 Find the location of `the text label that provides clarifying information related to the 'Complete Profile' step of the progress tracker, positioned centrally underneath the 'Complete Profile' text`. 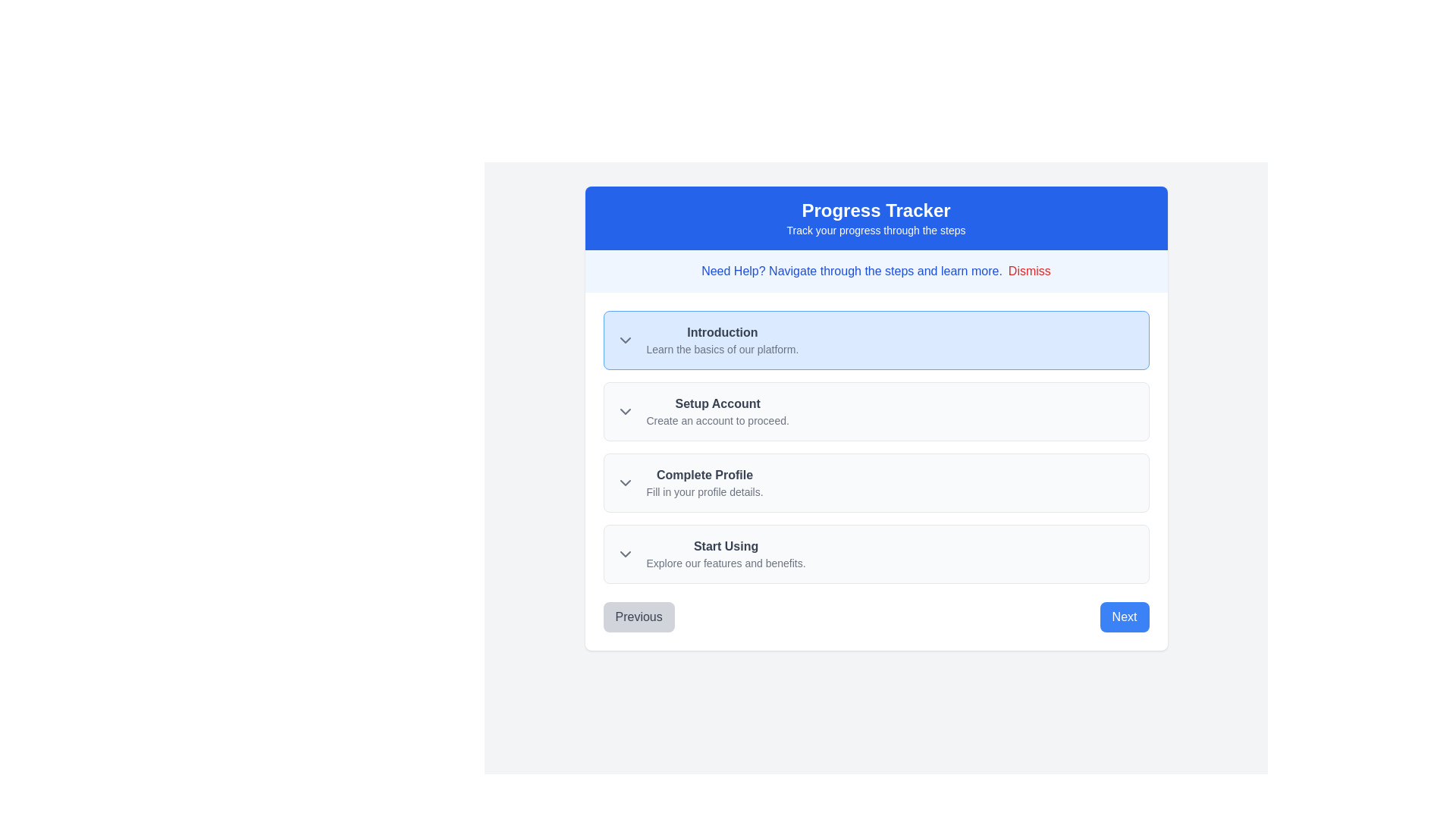

the text label that provides clarifying information related to the 'Complete Profile' step of the progress tracker, positioned centrally underneath the 'Complete Profile' text is located at coordinates (704, 491).